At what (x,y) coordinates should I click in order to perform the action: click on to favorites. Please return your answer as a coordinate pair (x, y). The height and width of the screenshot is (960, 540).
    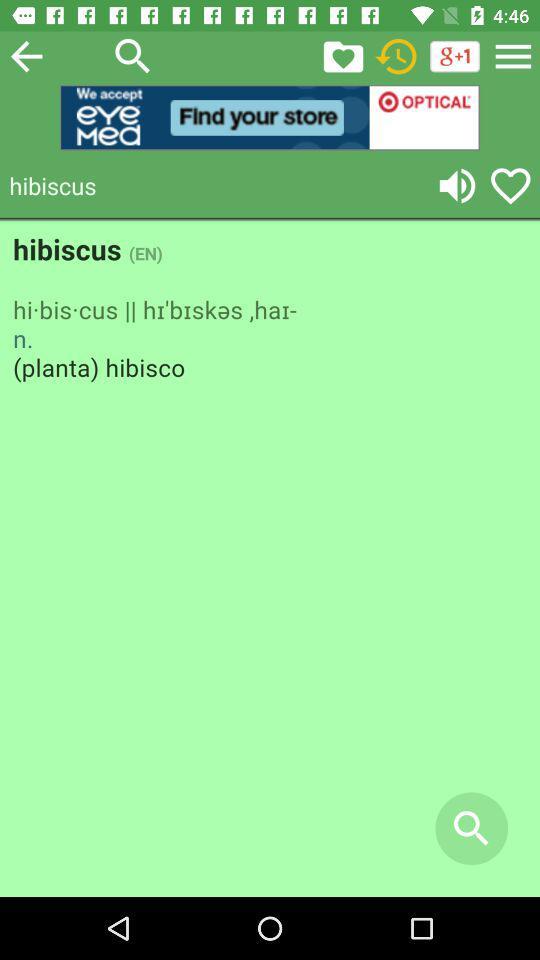
    Looking at the image, I should click on (510, 185).